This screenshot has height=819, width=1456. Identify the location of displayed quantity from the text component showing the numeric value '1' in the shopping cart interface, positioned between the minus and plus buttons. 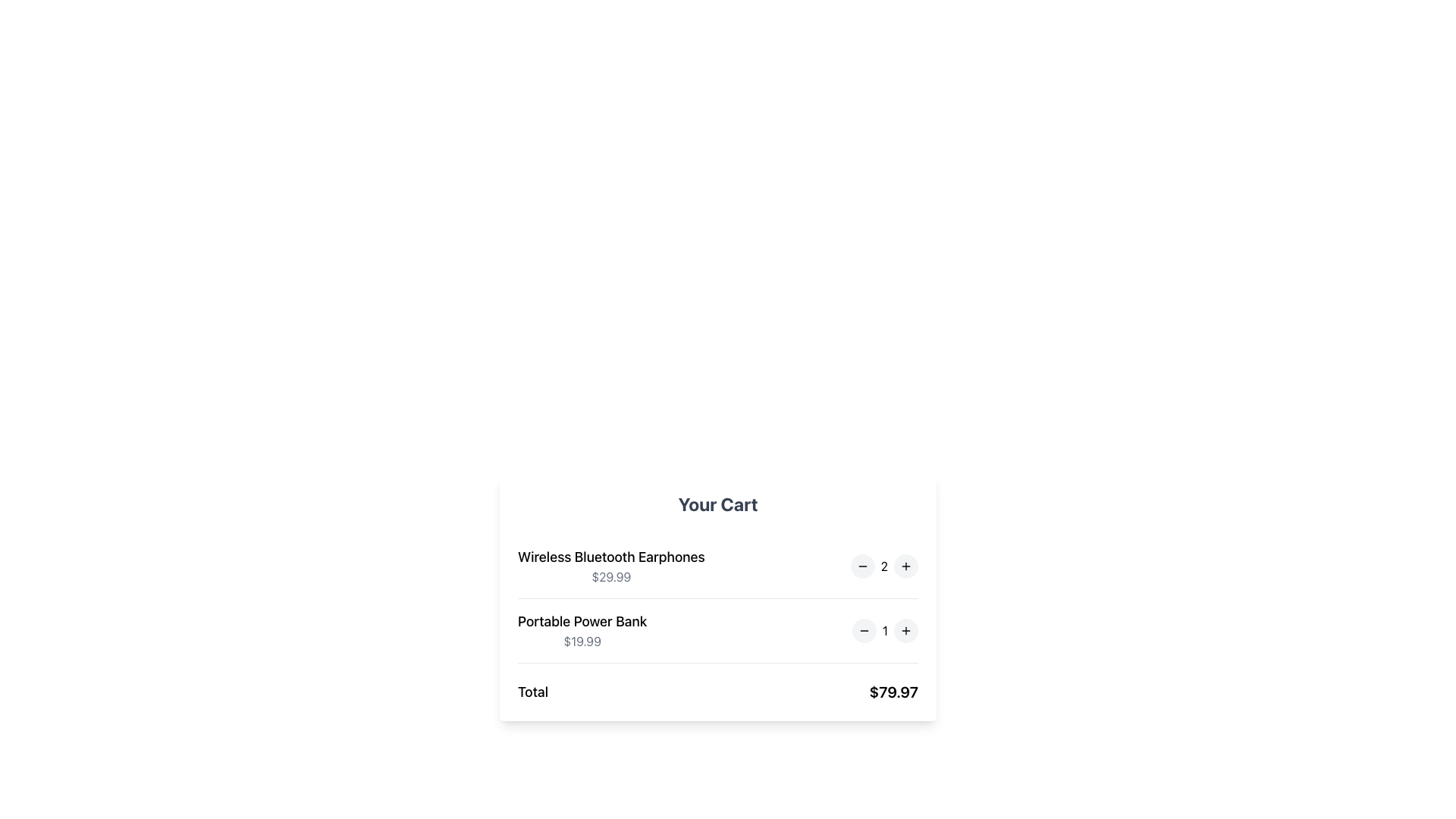
(885, 631).